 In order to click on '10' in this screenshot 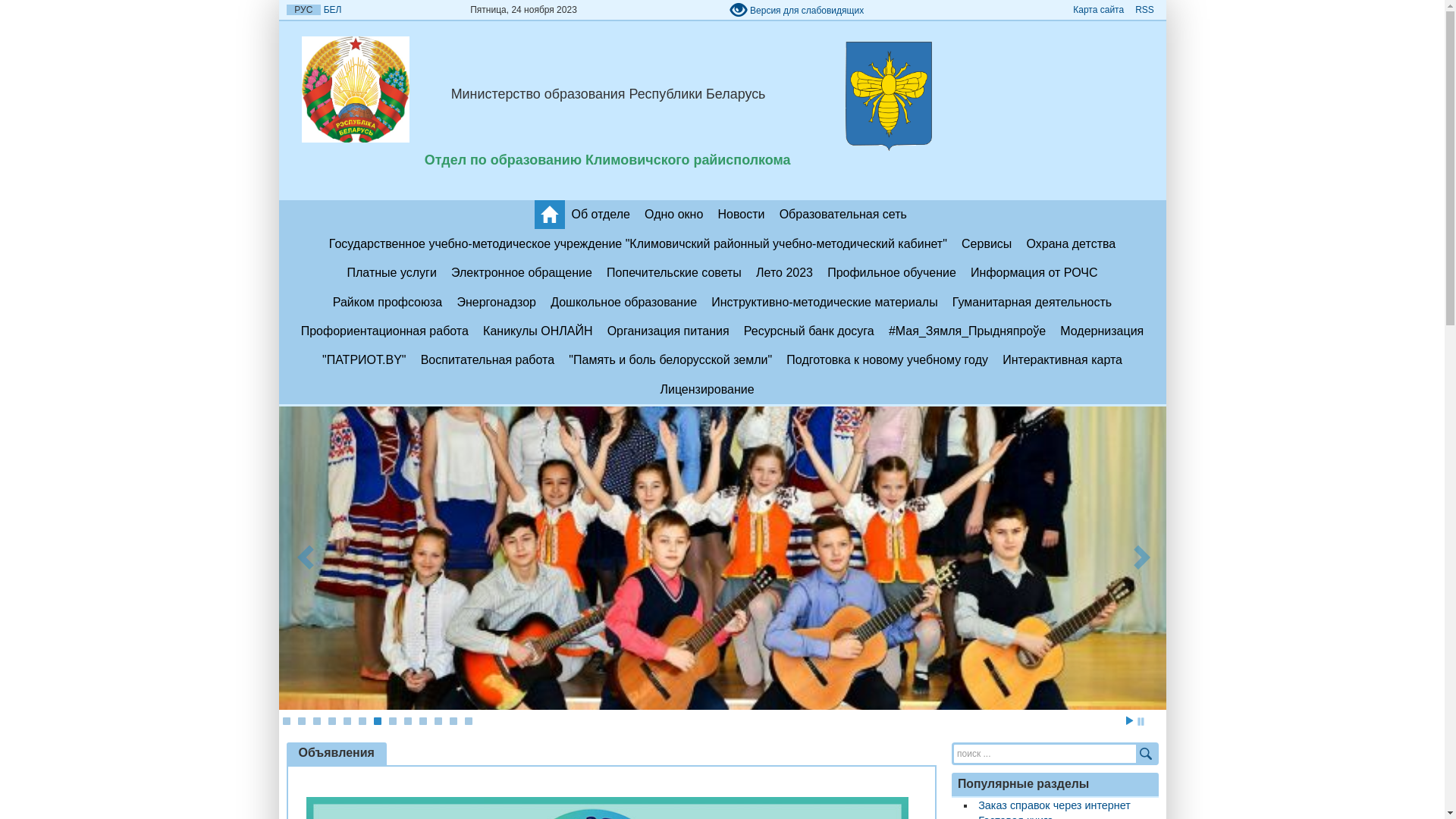, I will do `click(422, 720)`.